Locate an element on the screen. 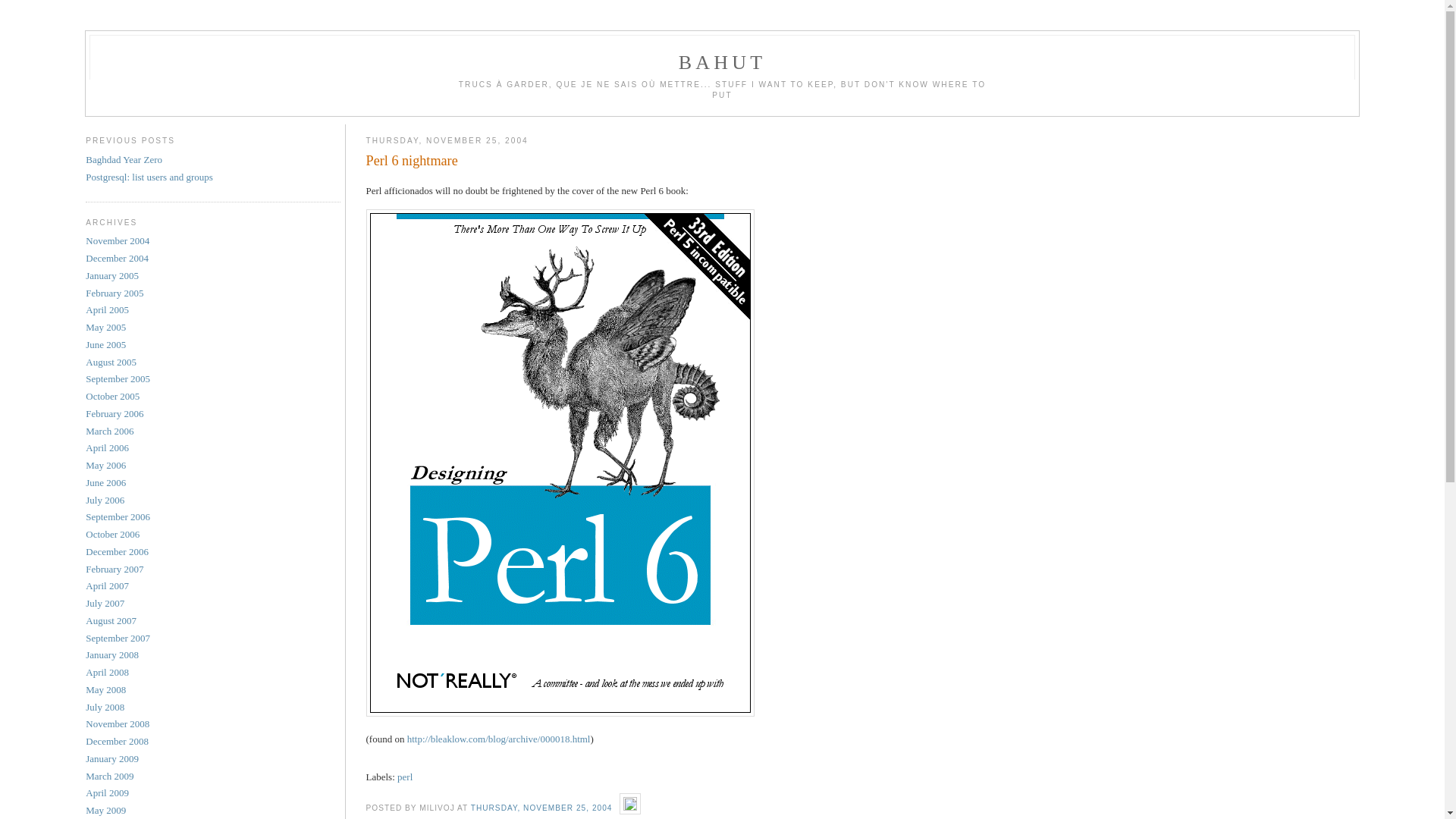  'August 2007' is located at coordinates (110, 620).